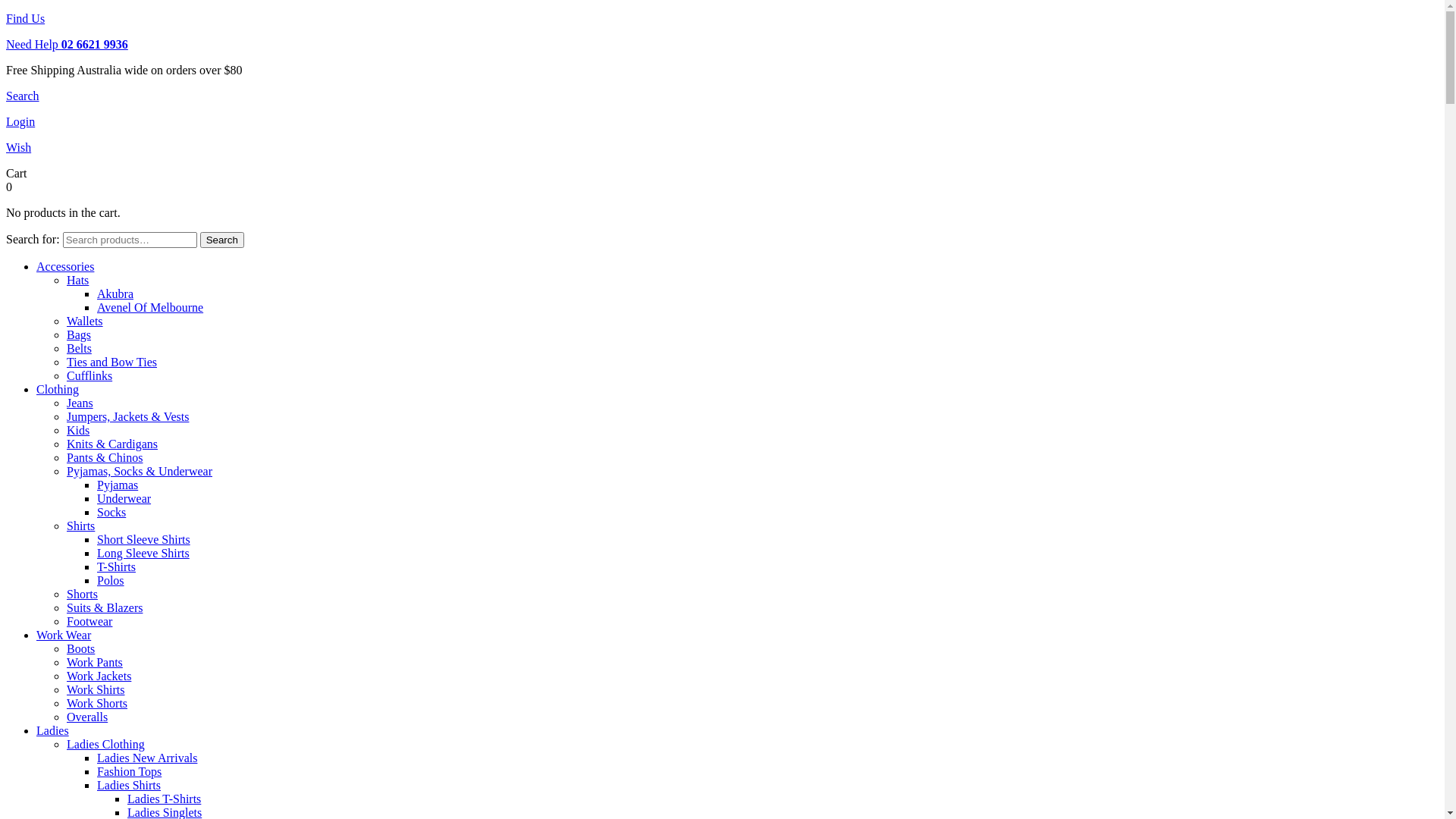 Image resolution: width=1456 pixels, height=819 pixels. I want to click on 'Clothing', so click(58, 388).